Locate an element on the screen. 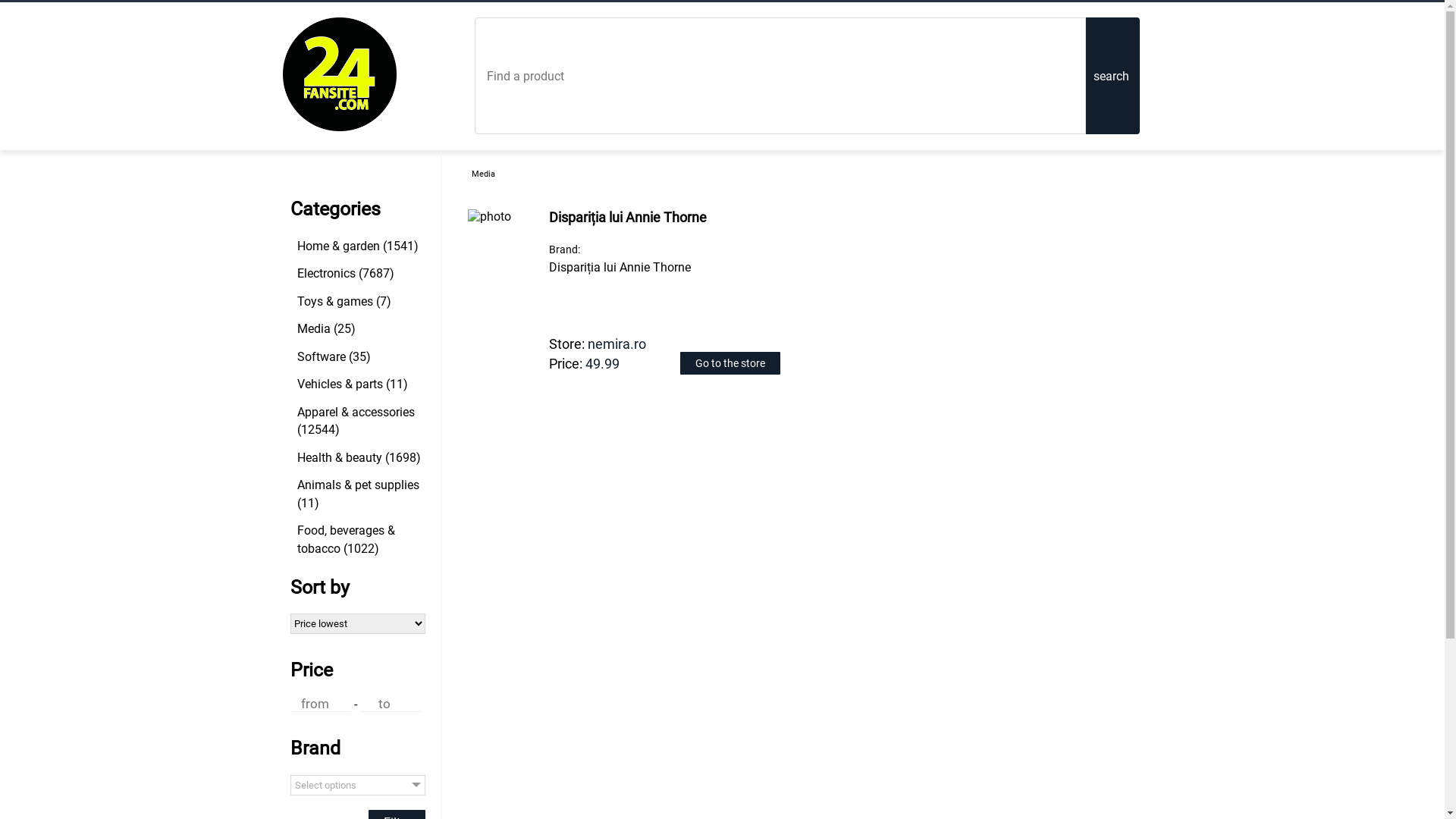 The height and width of the screenshot is (819, 1456). 'Media' is located at coordinates (482, 173).